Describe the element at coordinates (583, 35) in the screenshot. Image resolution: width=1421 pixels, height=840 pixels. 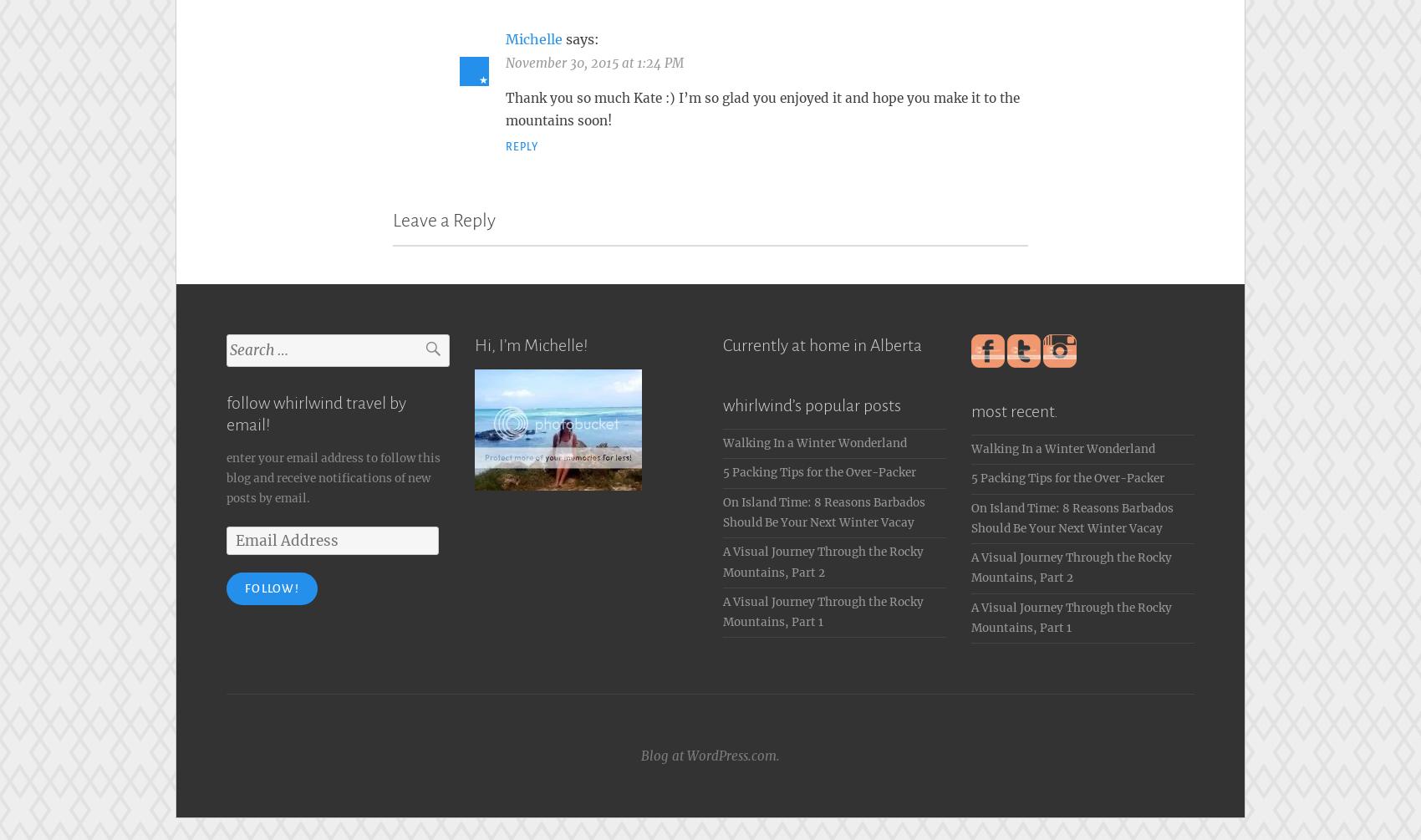
I see `'says:'` at that location.